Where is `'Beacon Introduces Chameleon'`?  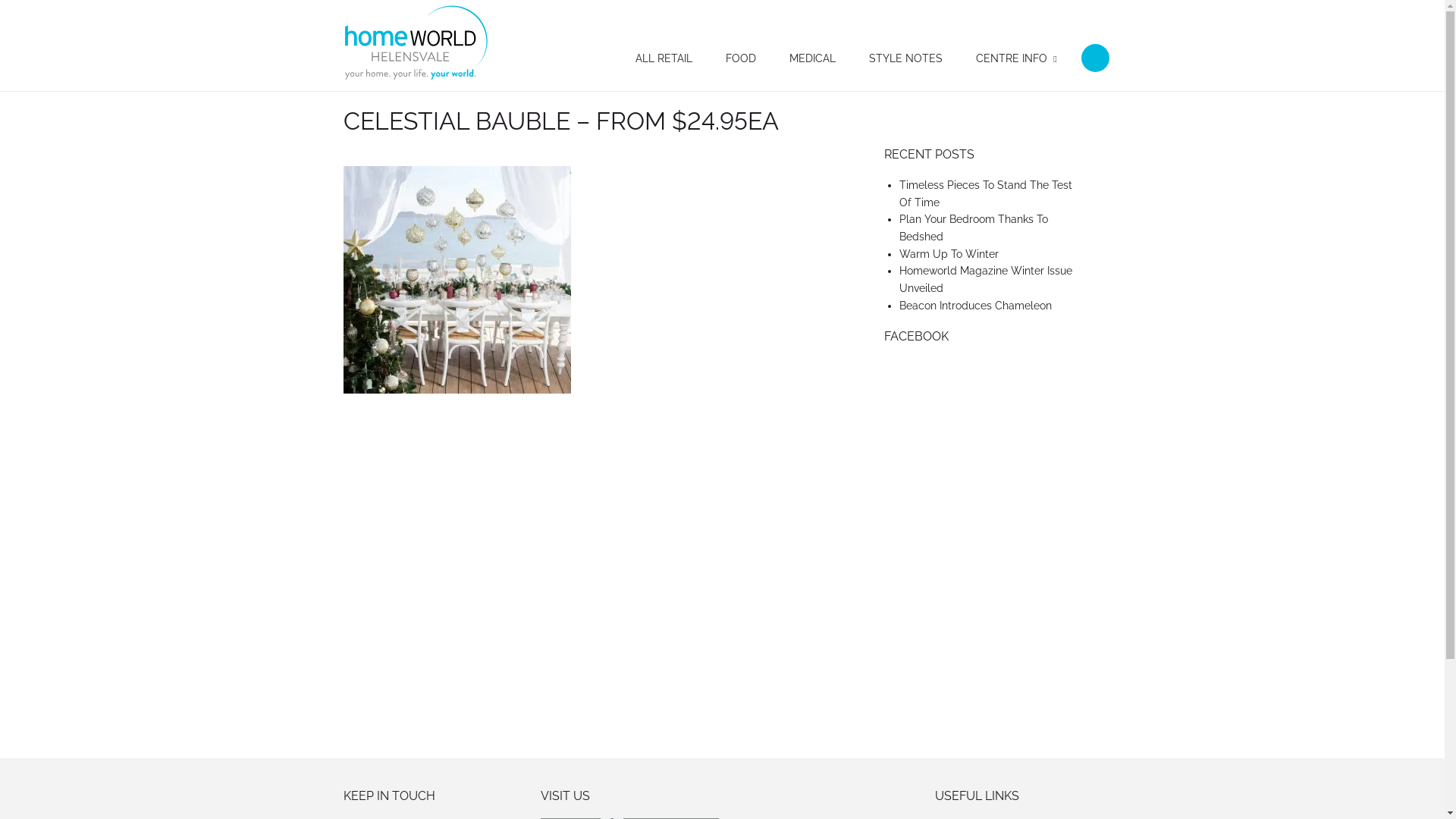 'Beacon Introduces Chameleon' is located at coordinates (975, 305).